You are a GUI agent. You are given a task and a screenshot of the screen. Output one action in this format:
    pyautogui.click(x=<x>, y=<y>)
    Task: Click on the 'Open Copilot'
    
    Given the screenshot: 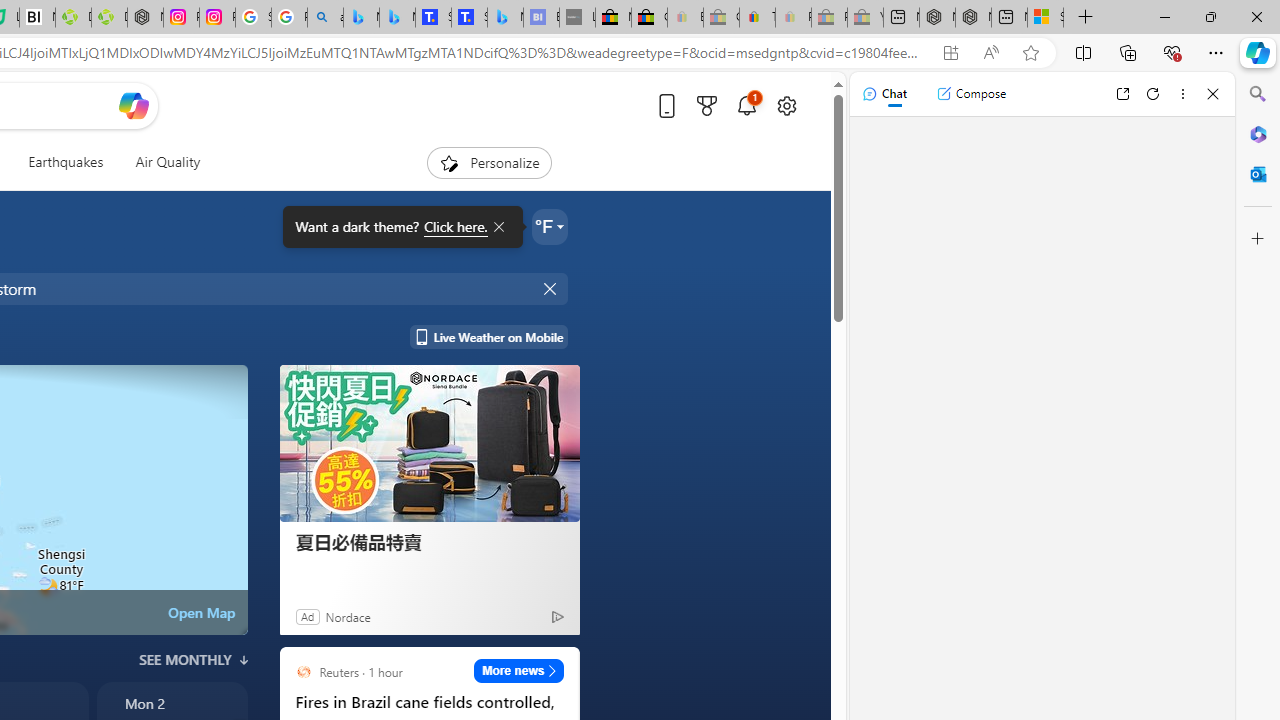 What is the action you would take?
    pyautogui.click(x=132, y=105)
    